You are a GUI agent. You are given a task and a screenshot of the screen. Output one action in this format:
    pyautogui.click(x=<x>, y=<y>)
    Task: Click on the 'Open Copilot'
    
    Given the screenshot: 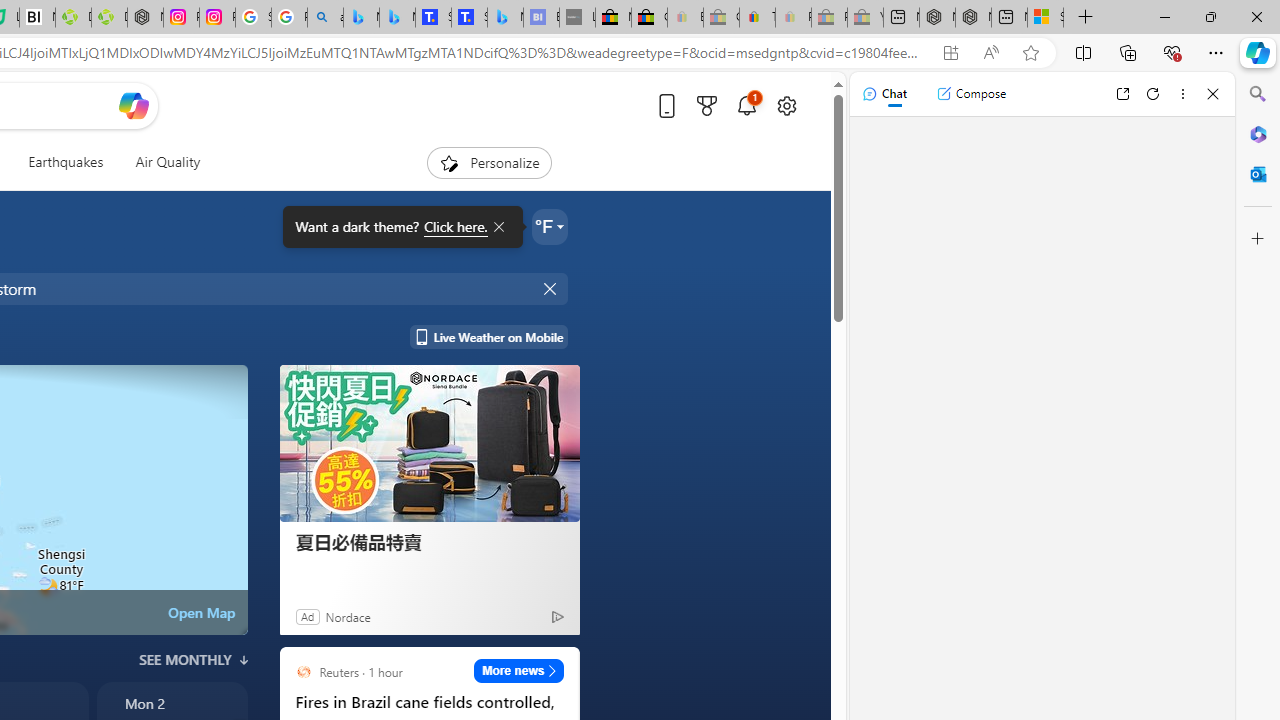 What is the action you would take?
    pyautogui.click(x=132, y=105)
    